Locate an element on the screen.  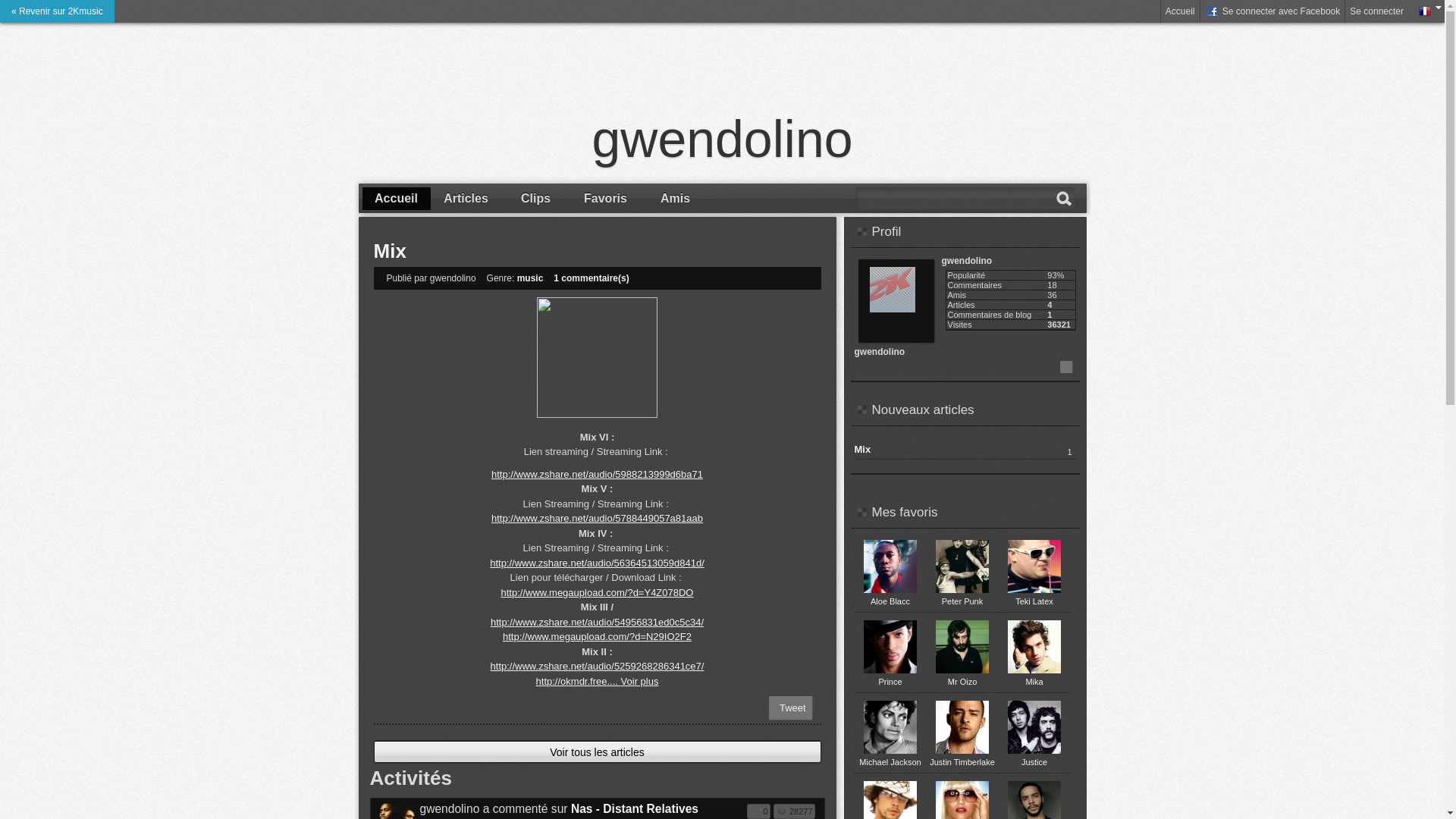
'Accueil' is located at coordinates (397, 198).